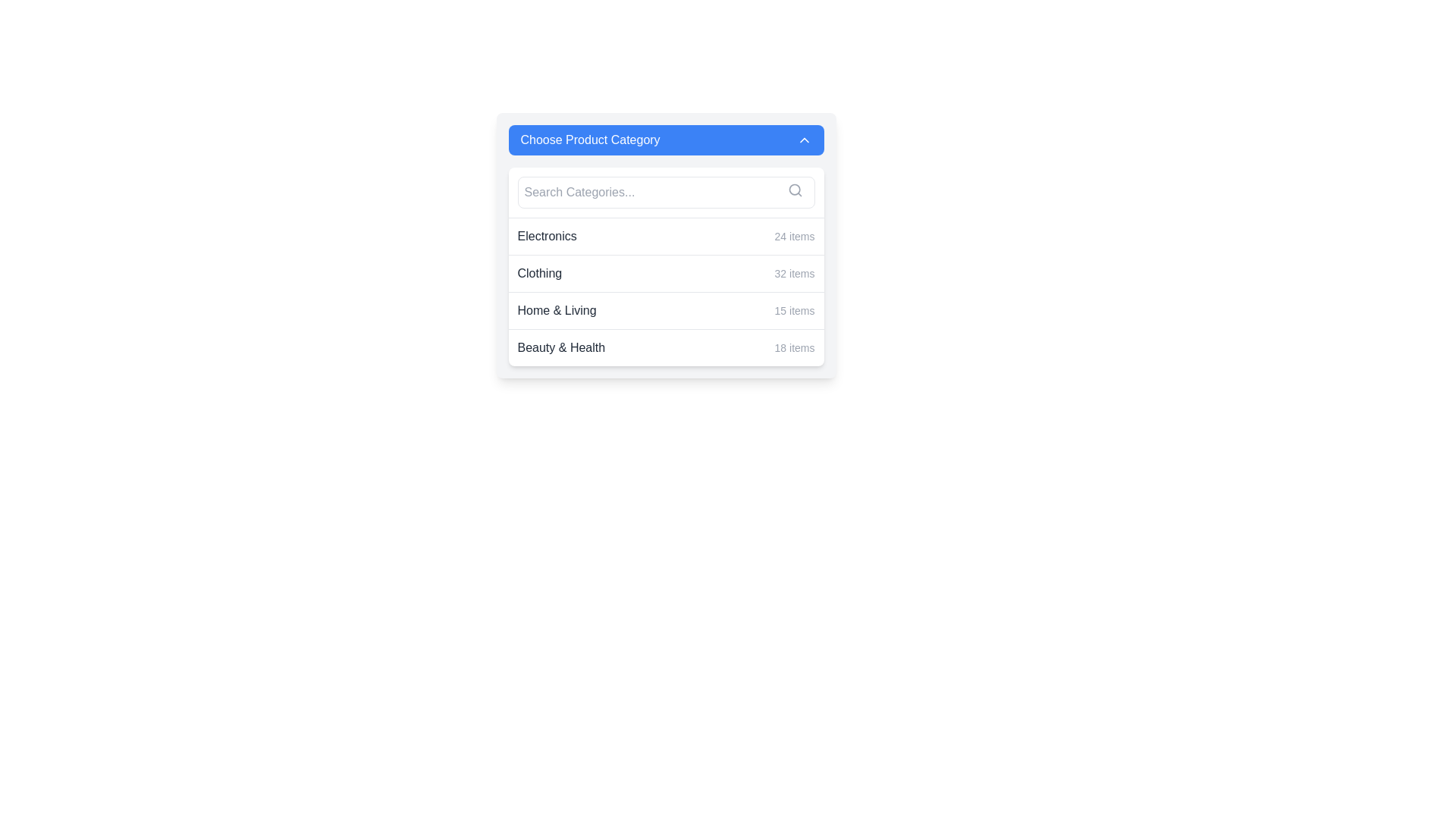 The image size is (1456, 819). Describe the element at coordinates (666, 347) in the screenshot. I see `the fourth selectable category option in the menu titled 'Choose Product Category', which is labeled 'Beauty & Health'` at that location.